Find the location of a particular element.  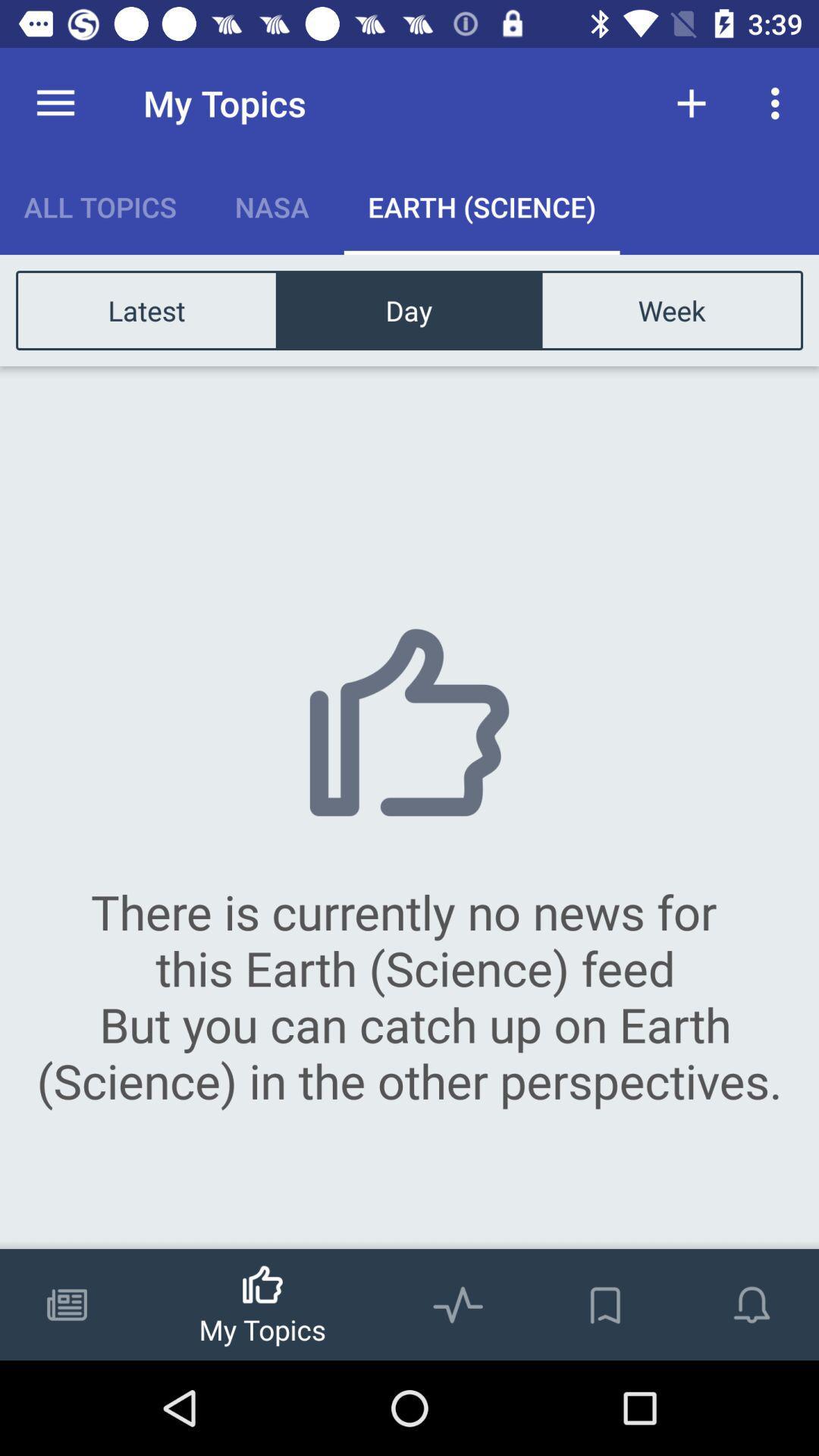

the item above the week is located at coordinates (691, 102).